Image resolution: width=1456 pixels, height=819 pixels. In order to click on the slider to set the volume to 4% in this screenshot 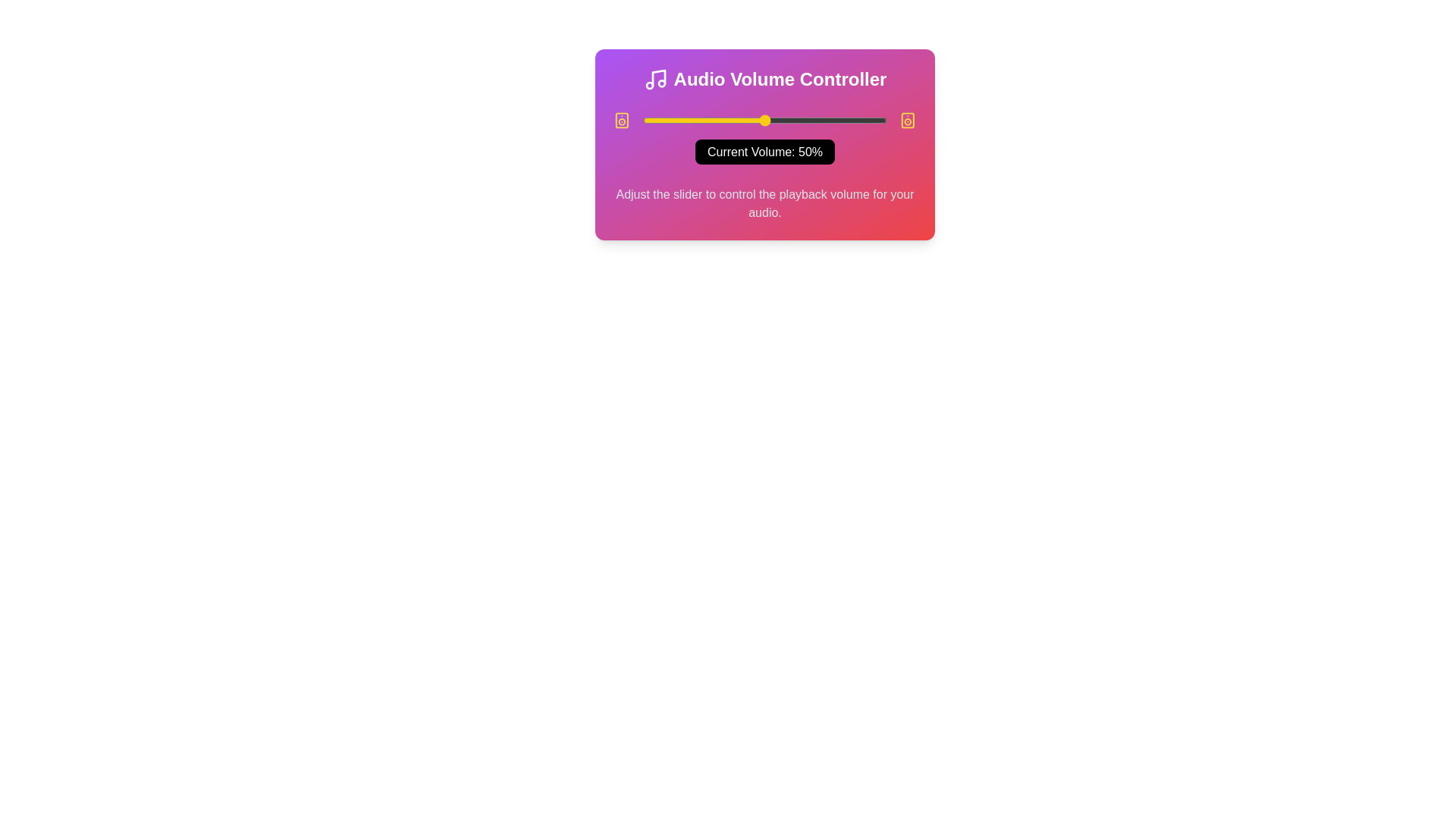, I will do `click(652, 119)`.